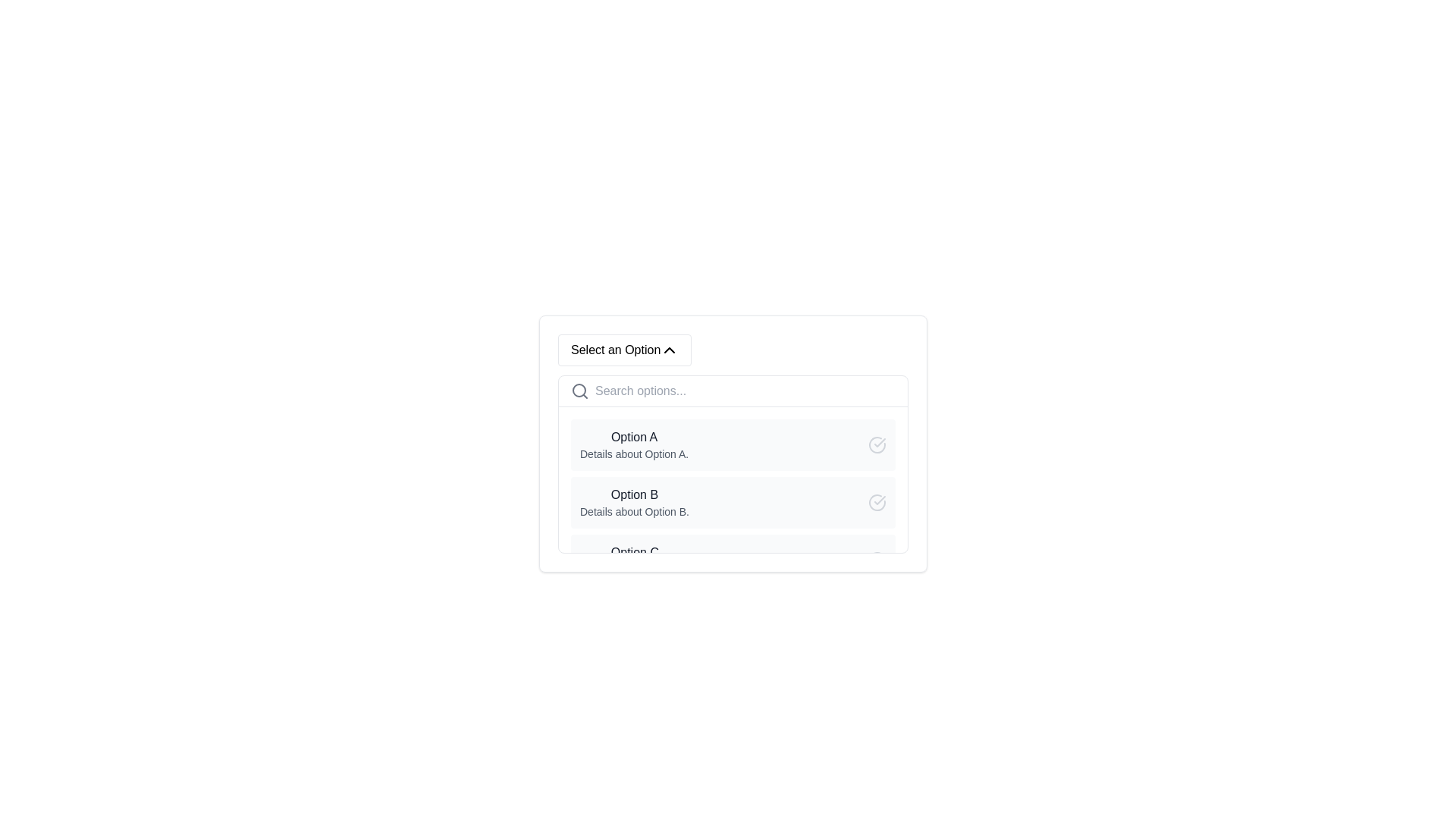 This screenshot has height=819, width=1456. I want to click on the second option in the dropdown menu labeled 'Select an Option', so click(733, 503).